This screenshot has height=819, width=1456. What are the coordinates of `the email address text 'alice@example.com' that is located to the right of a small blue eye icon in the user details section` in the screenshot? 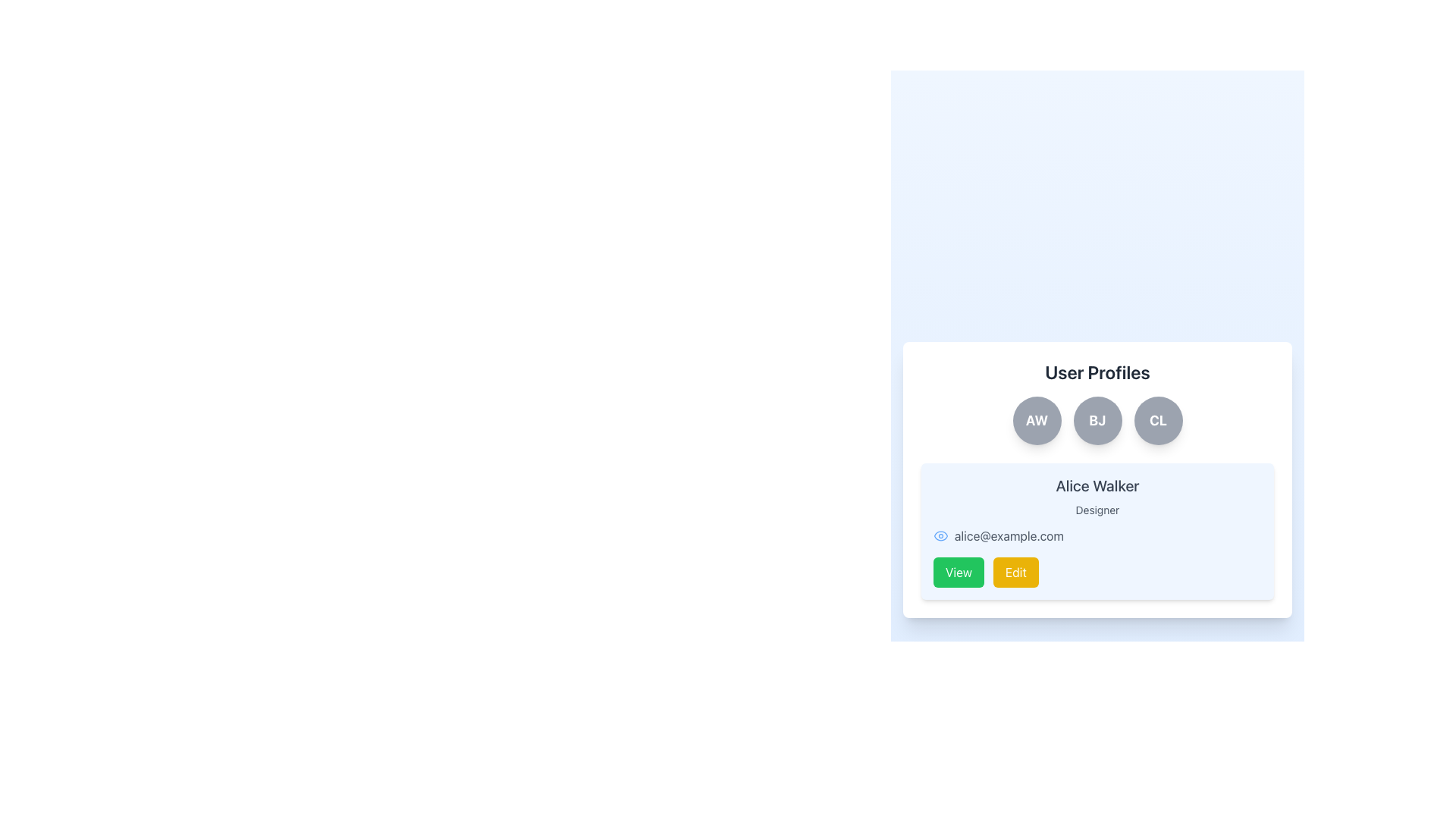 It's located at (1009, 535).